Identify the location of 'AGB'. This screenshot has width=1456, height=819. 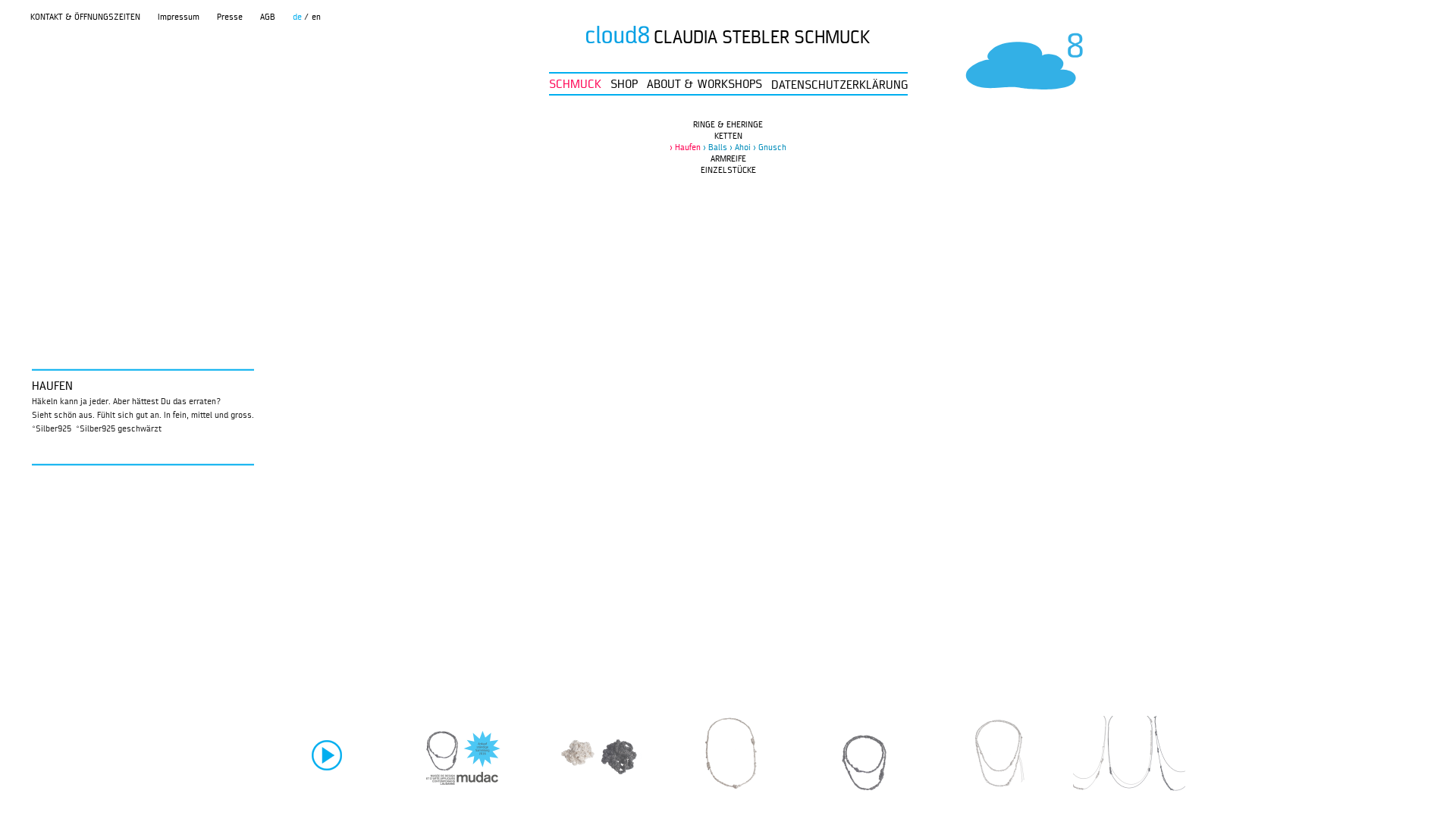
(259, 17).